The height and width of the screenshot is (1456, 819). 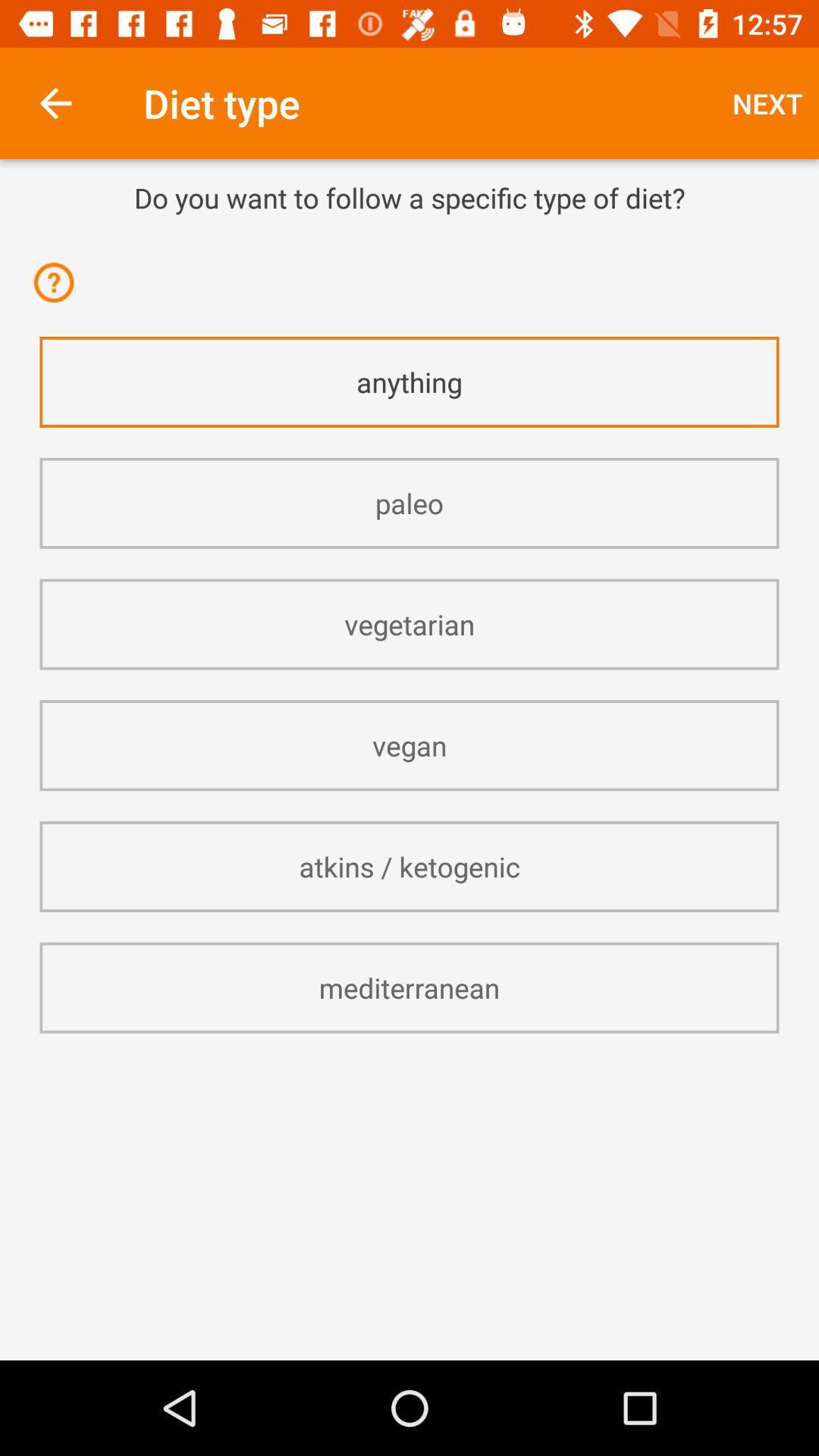 What do you see at coordinates (409, 237) in the screenshot?
I see `icon below do you want item` at bounding box center [409, 237].